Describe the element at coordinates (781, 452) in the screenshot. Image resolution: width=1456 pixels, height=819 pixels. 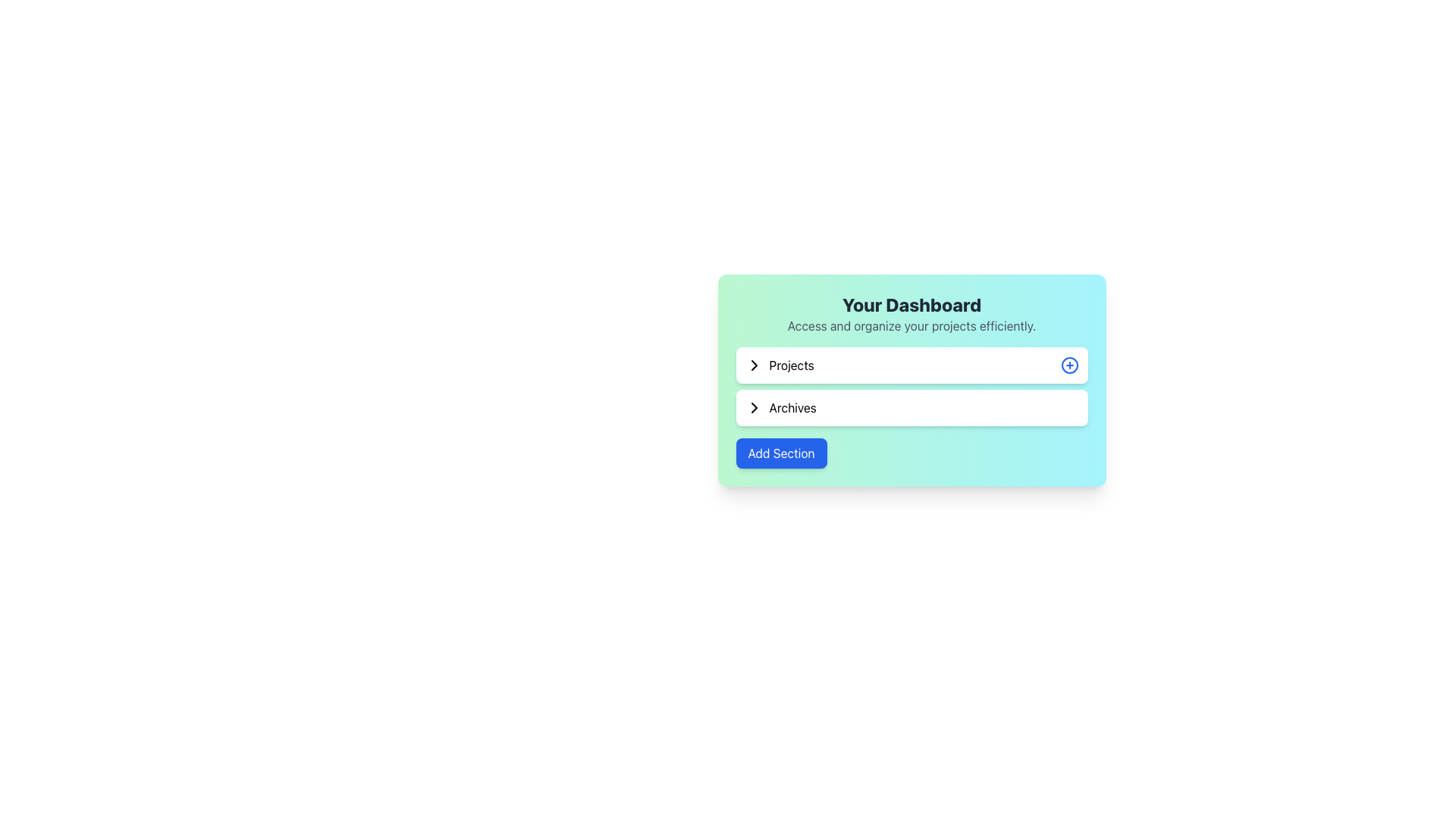
I see `the 'Add New Section' button located at the bottom-left of the 'Your Dashboard' card` at that location.